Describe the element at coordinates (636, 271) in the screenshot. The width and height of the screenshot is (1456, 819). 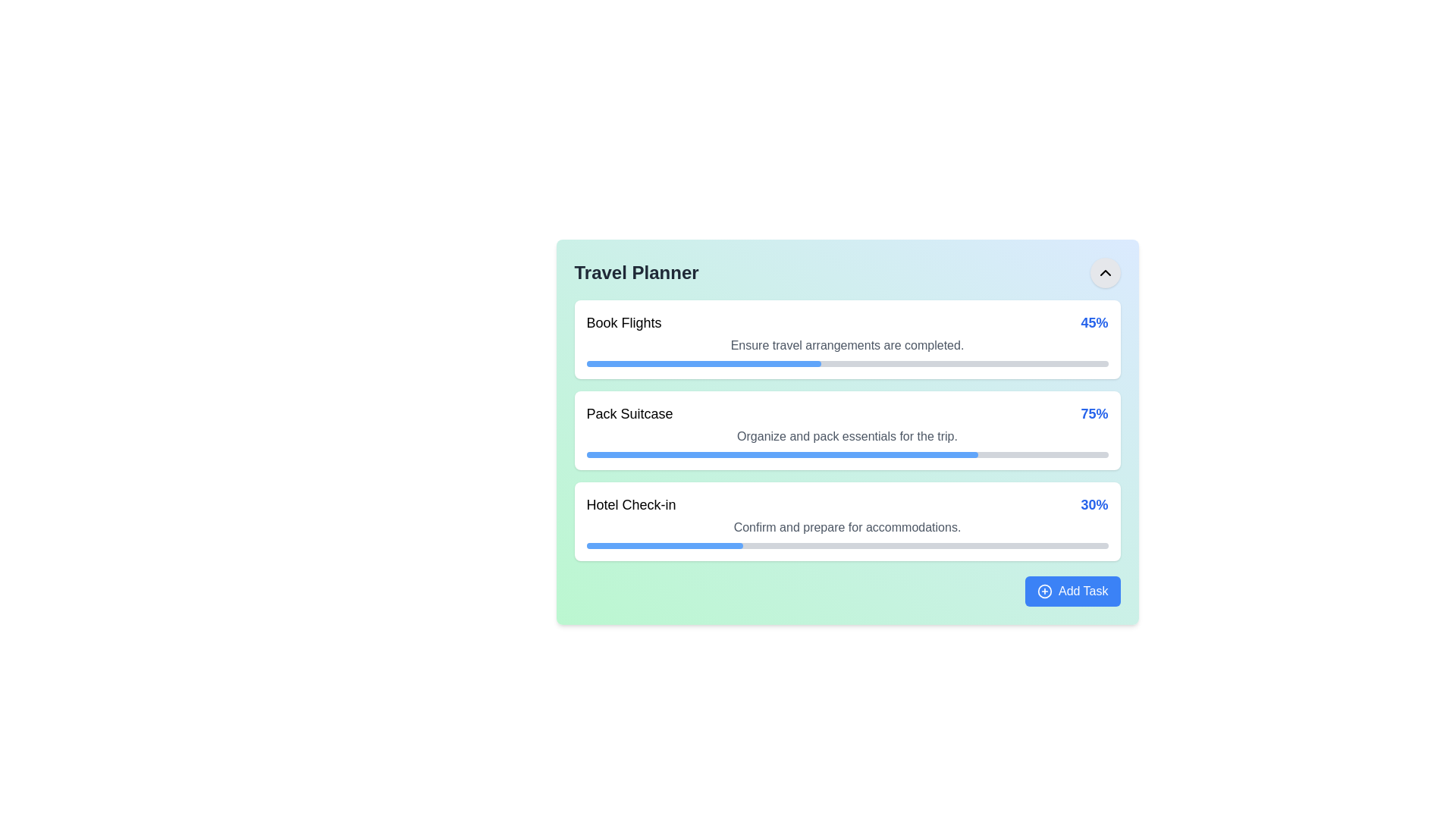
I see `text from the header Text Label that indicates the purpose of the content below it` at that location.